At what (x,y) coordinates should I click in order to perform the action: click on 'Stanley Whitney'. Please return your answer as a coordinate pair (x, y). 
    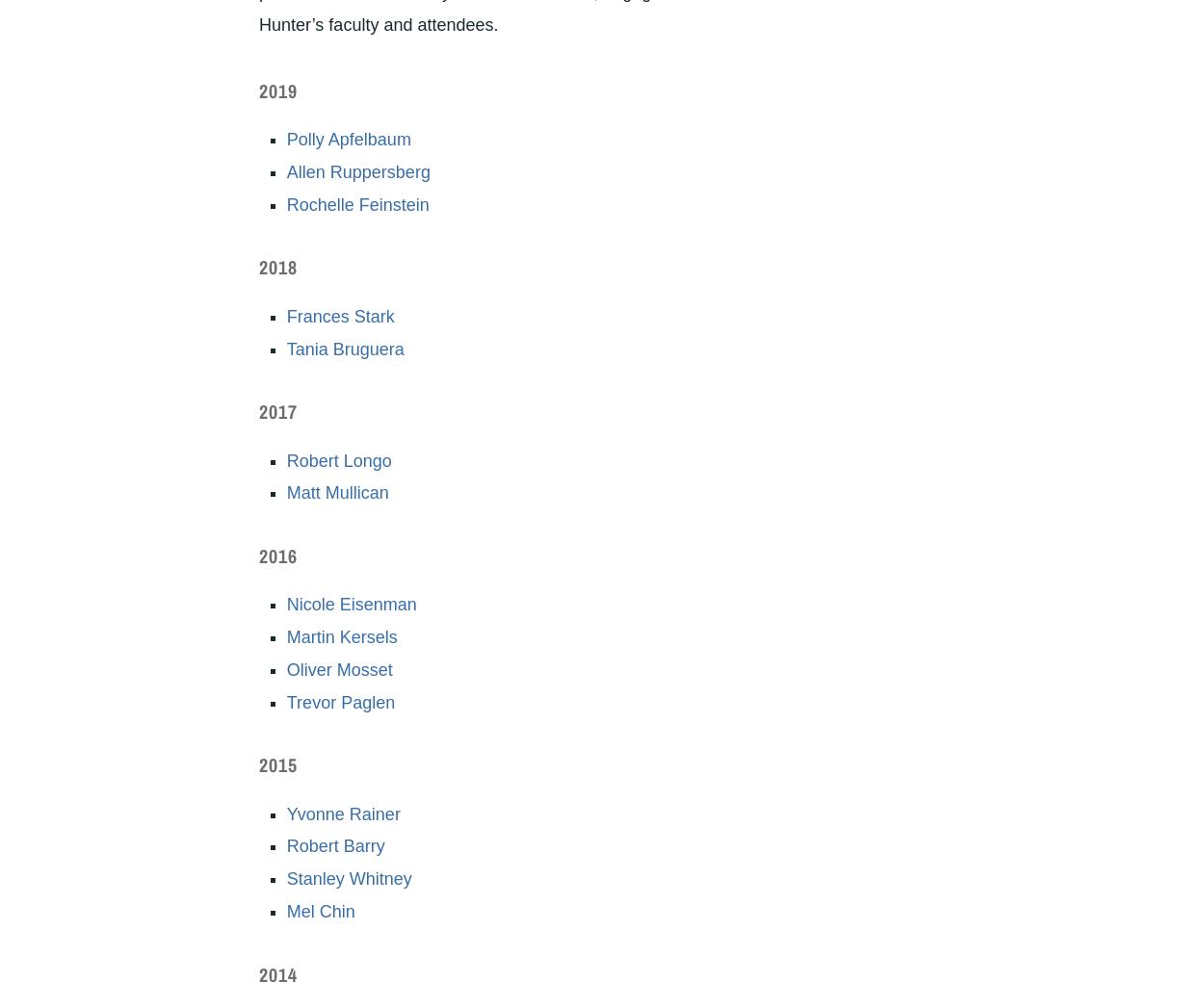
    Looking at the image, I should click on (348, 879).